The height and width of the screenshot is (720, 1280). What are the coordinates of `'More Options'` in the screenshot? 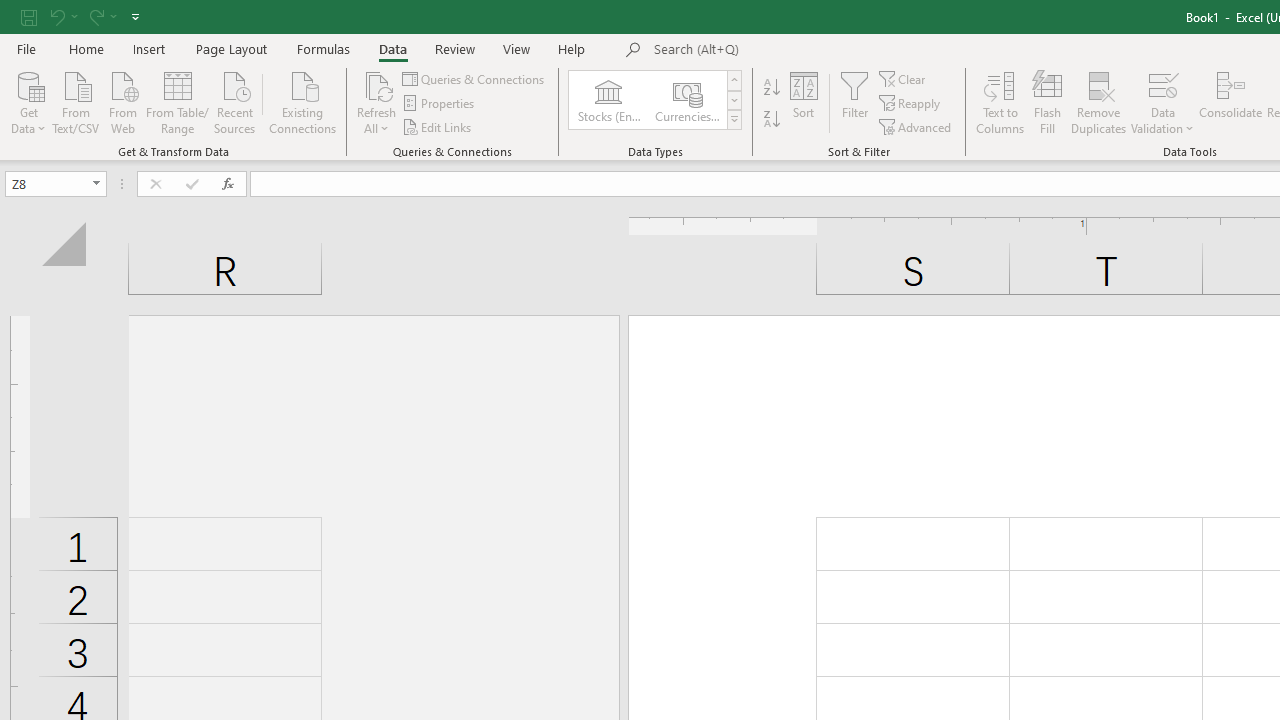 It's located at (1162, 121).